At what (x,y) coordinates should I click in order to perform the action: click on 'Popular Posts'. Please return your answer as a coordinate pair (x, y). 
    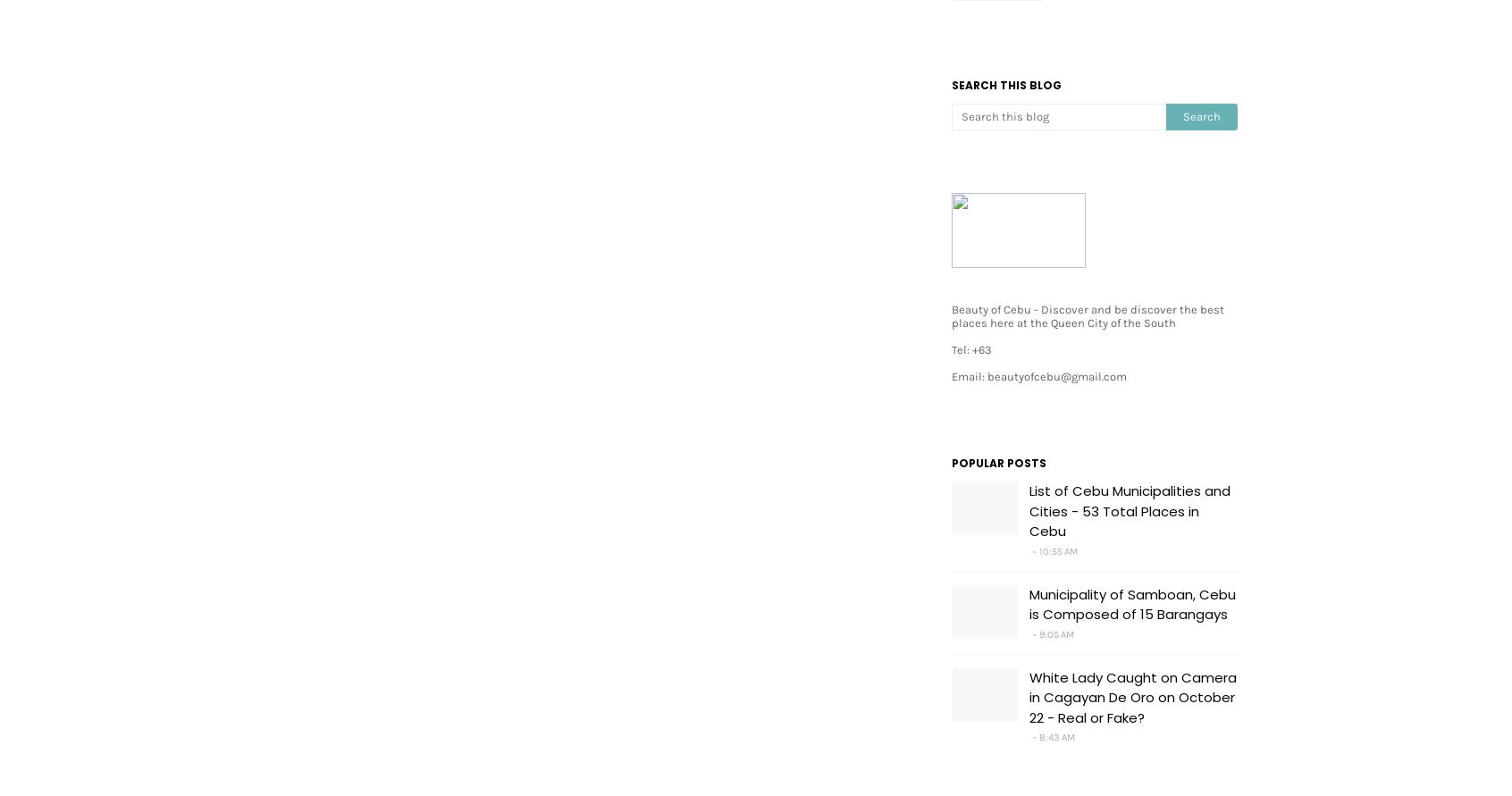
    Looking at the image, I should click on (999, 462).